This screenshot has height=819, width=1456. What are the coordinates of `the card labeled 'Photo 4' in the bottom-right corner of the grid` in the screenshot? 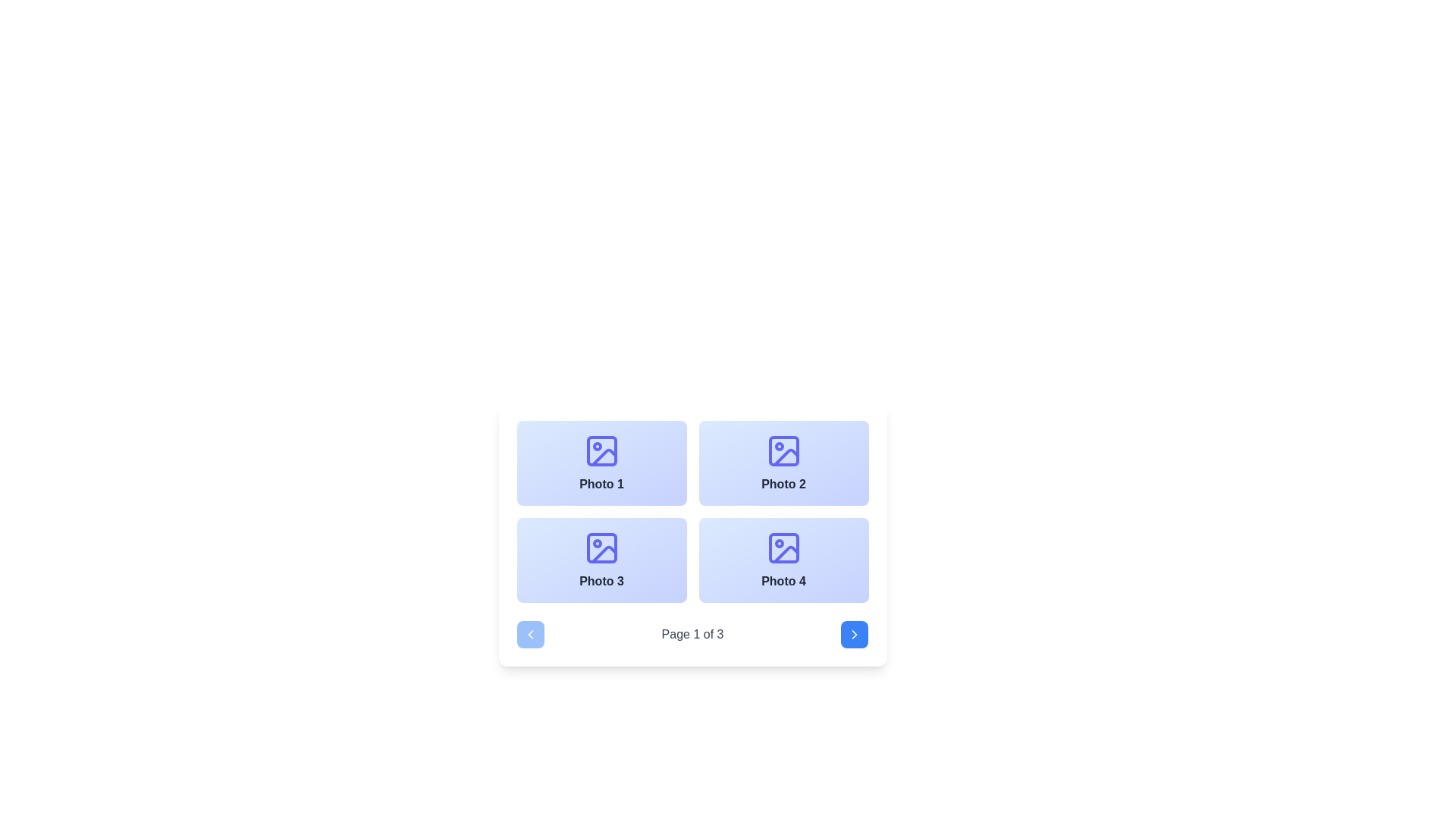 It's located at (783, 560).